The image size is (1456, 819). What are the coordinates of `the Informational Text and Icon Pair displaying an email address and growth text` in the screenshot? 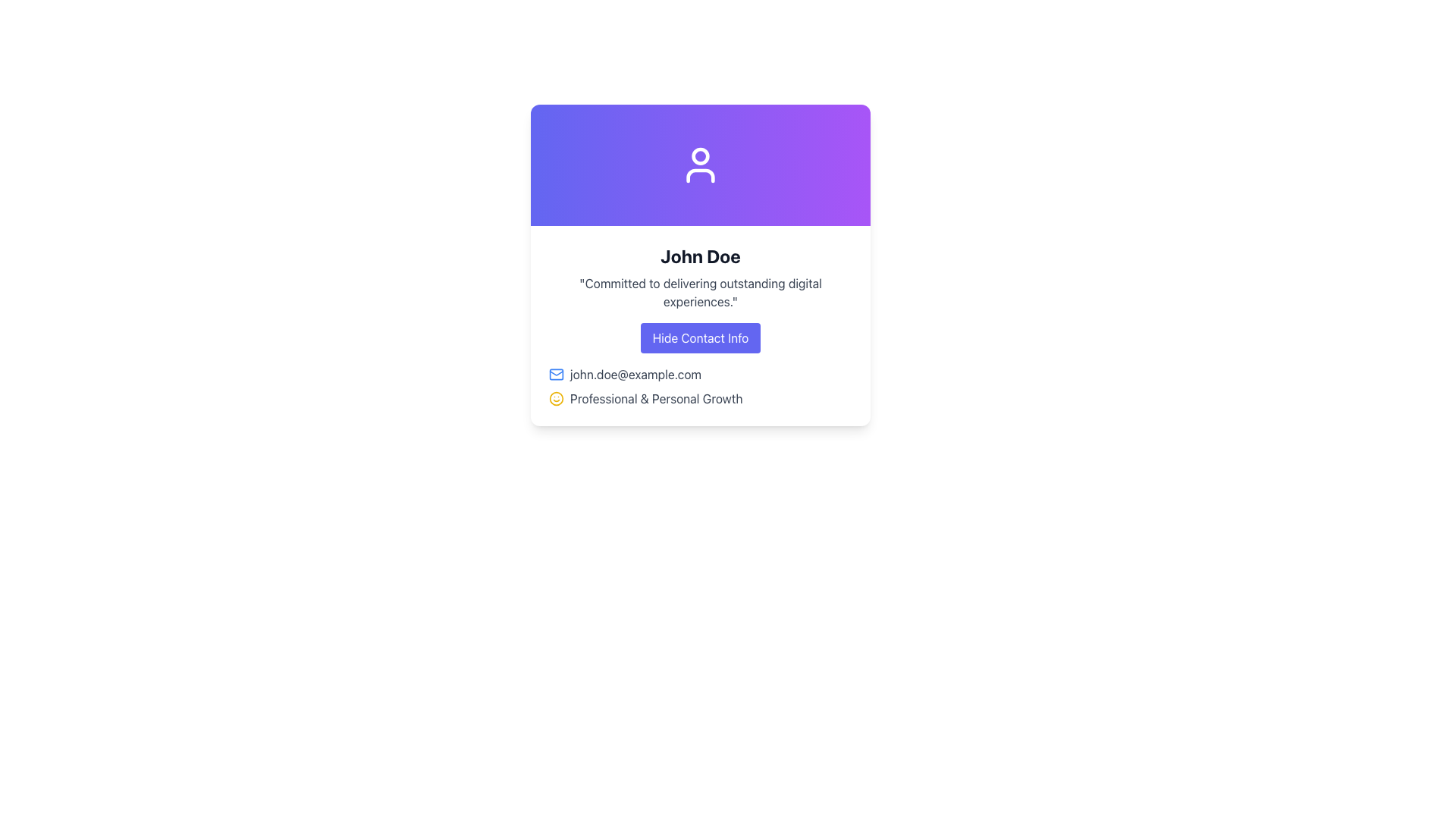 It's located at (700, 385).